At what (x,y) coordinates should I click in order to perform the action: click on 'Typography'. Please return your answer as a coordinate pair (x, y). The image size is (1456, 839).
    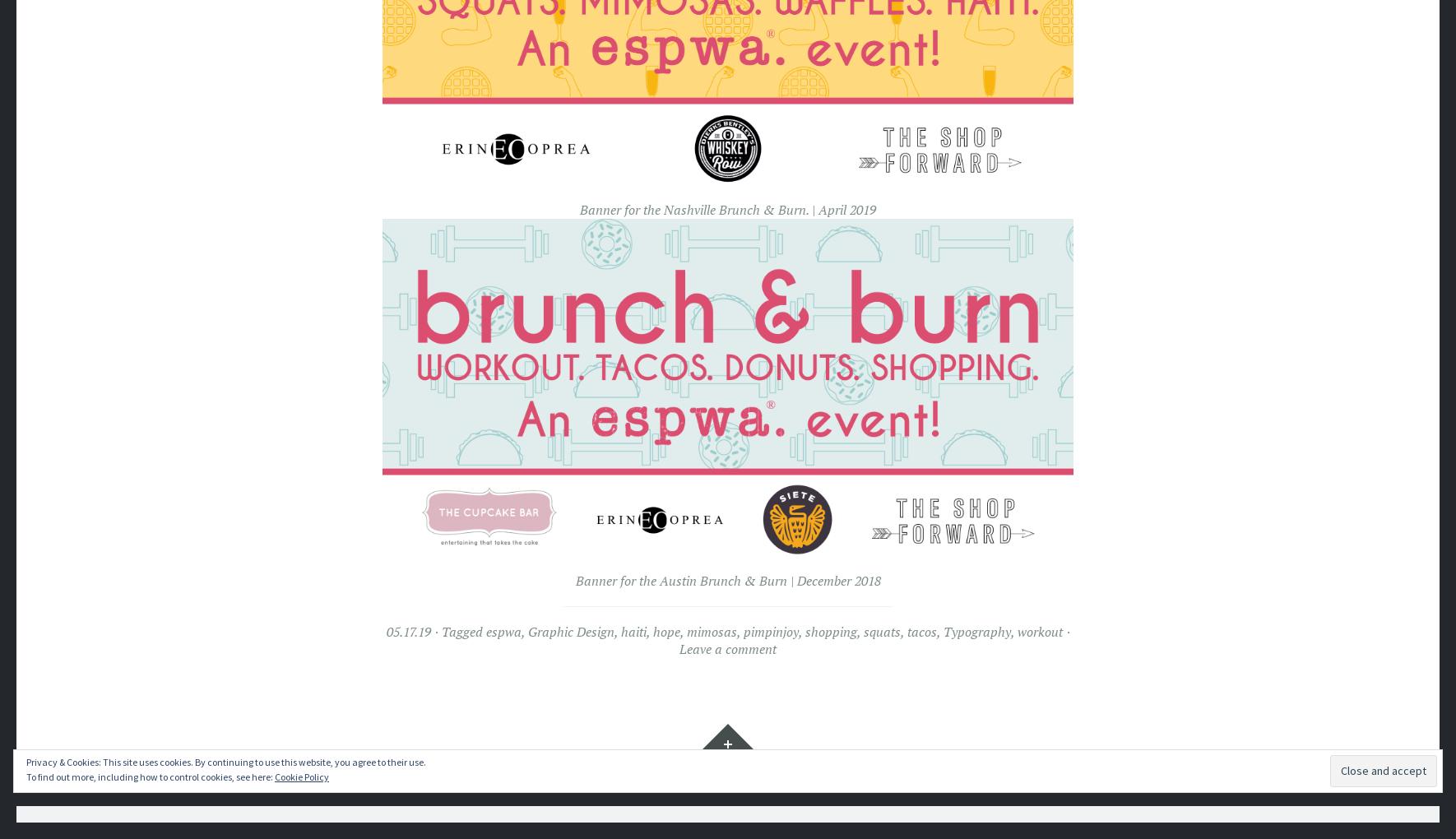
    Looking at the image, I should click on (975, 630).